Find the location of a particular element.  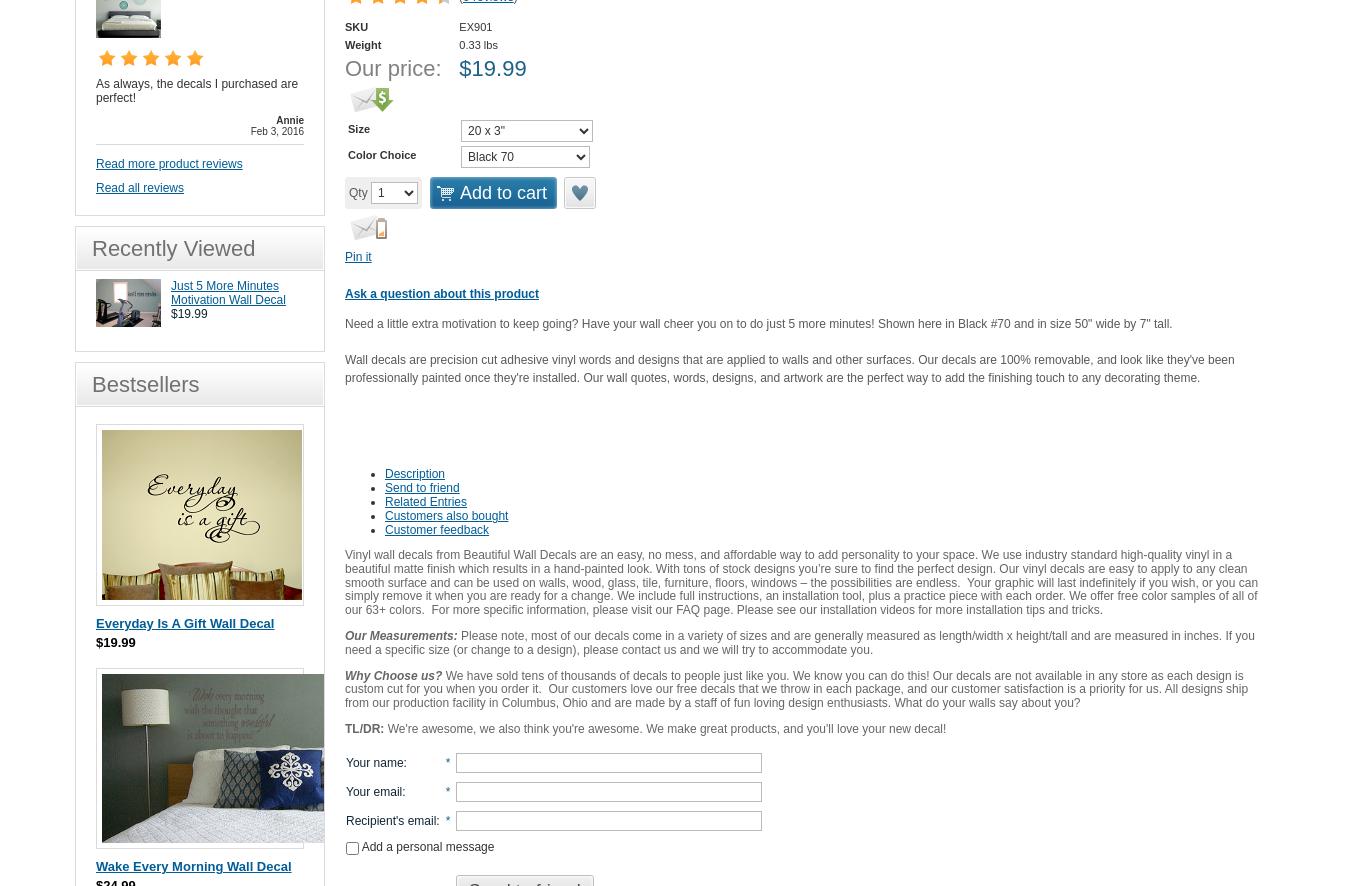

'0.33' is located at coordinates (468, 44).